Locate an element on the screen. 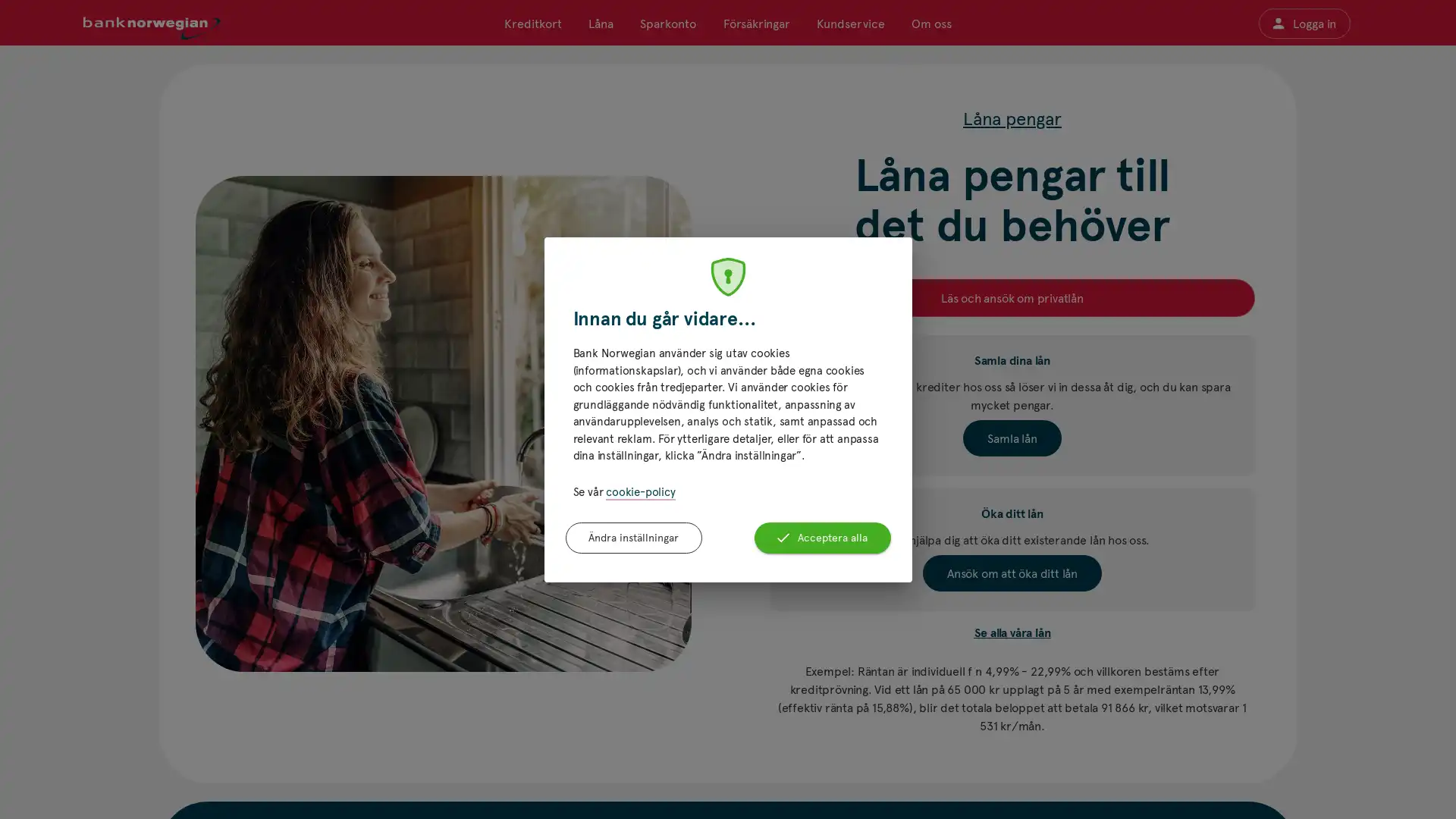 Image resolution: width=1456 pixels, height=819 pixels. Acceptera alla is located at coordinates (821, 537).